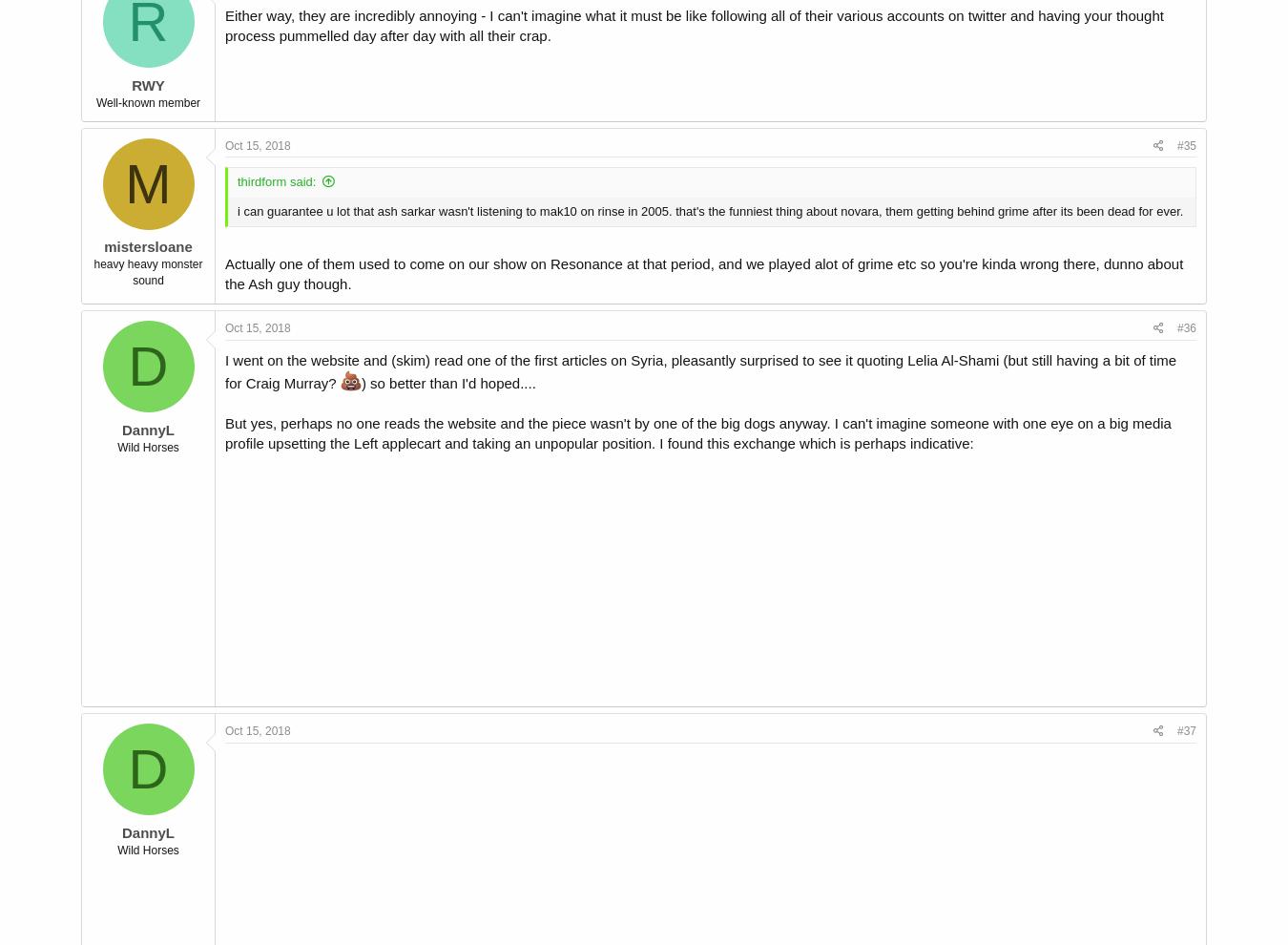 This screenshot has width=1288, height=945. I want to click on 'M', so click(147, 182).